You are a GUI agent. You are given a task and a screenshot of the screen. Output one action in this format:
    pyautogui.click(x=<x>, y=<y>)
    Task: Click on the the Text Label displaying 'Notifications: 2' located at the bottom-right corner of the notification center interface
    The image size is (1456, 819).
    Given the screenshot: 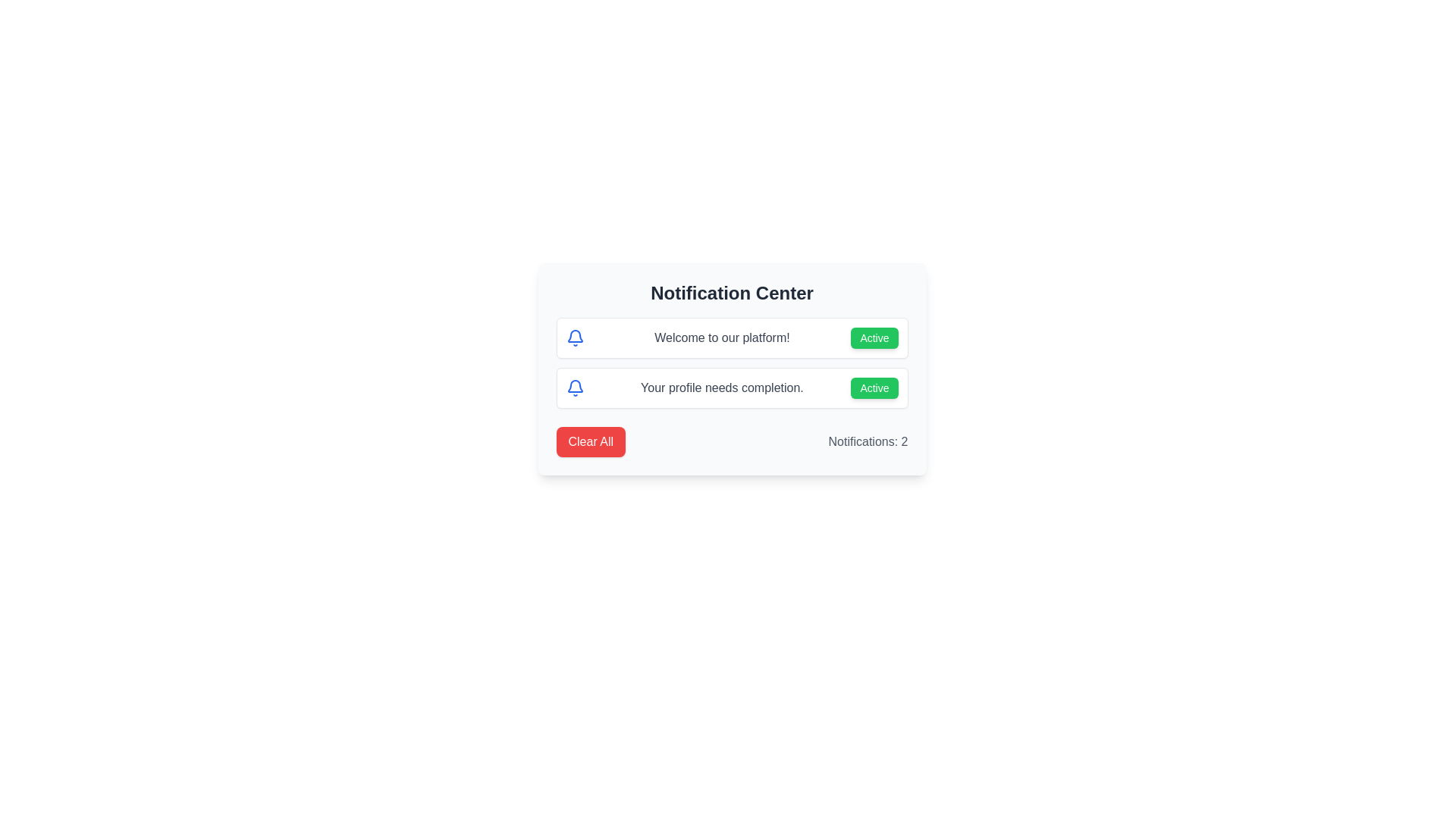 What is the action you would take?
    pyautogui.click(x=868, y=441)
    